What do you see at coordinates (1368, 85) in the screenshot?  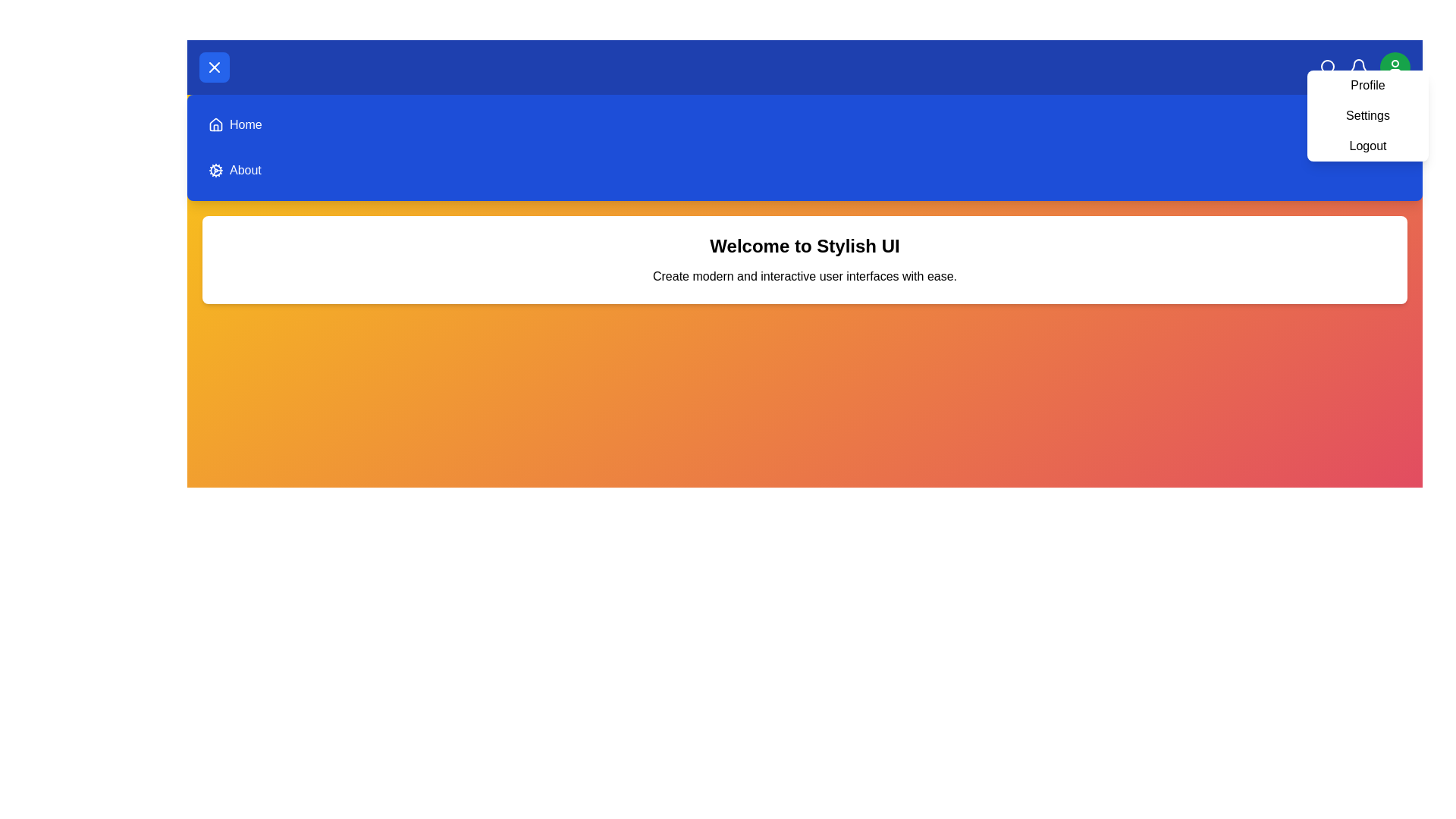 I see `the Profile from the profile dropdown menu` at bounding box center [1368, 85].